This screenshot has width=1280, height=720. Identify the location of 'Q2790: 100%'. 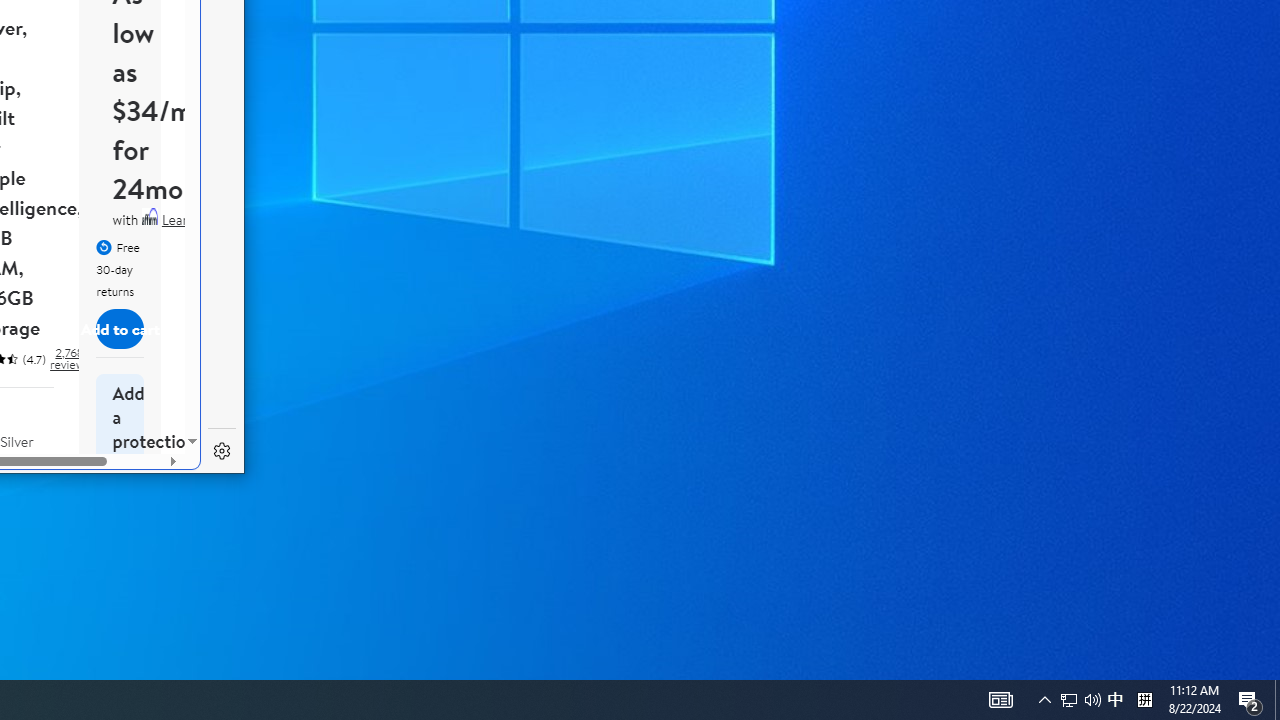
(1114, 698).